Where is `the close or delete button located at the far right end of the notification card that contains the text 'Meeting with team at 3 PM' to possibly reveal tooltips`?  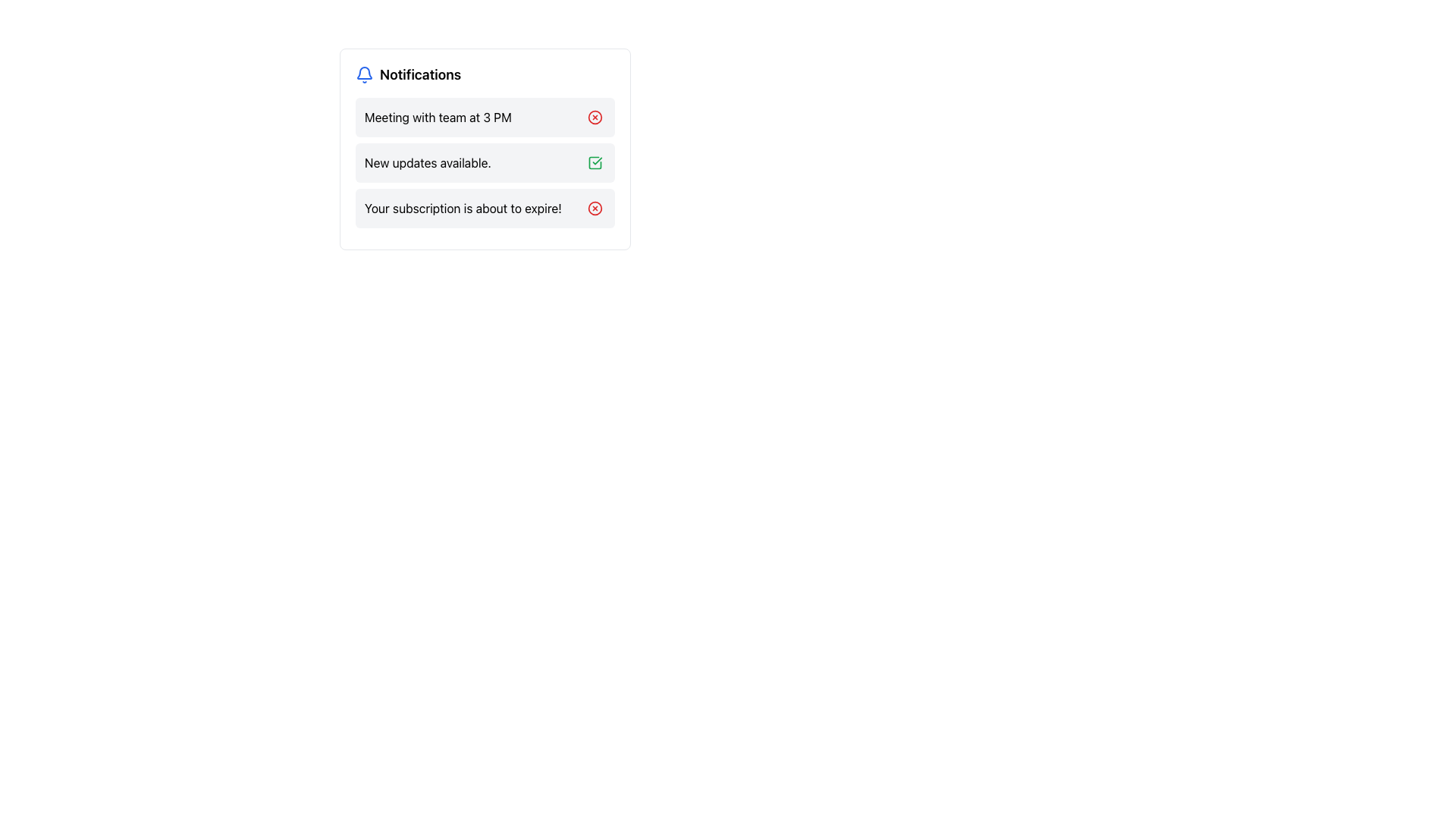
the close or delete button located at the far right end of the notification card that contains the text 'Meeting with team at 3 PM' to possibly reveal tooltips is located at coordinates (595, 116).